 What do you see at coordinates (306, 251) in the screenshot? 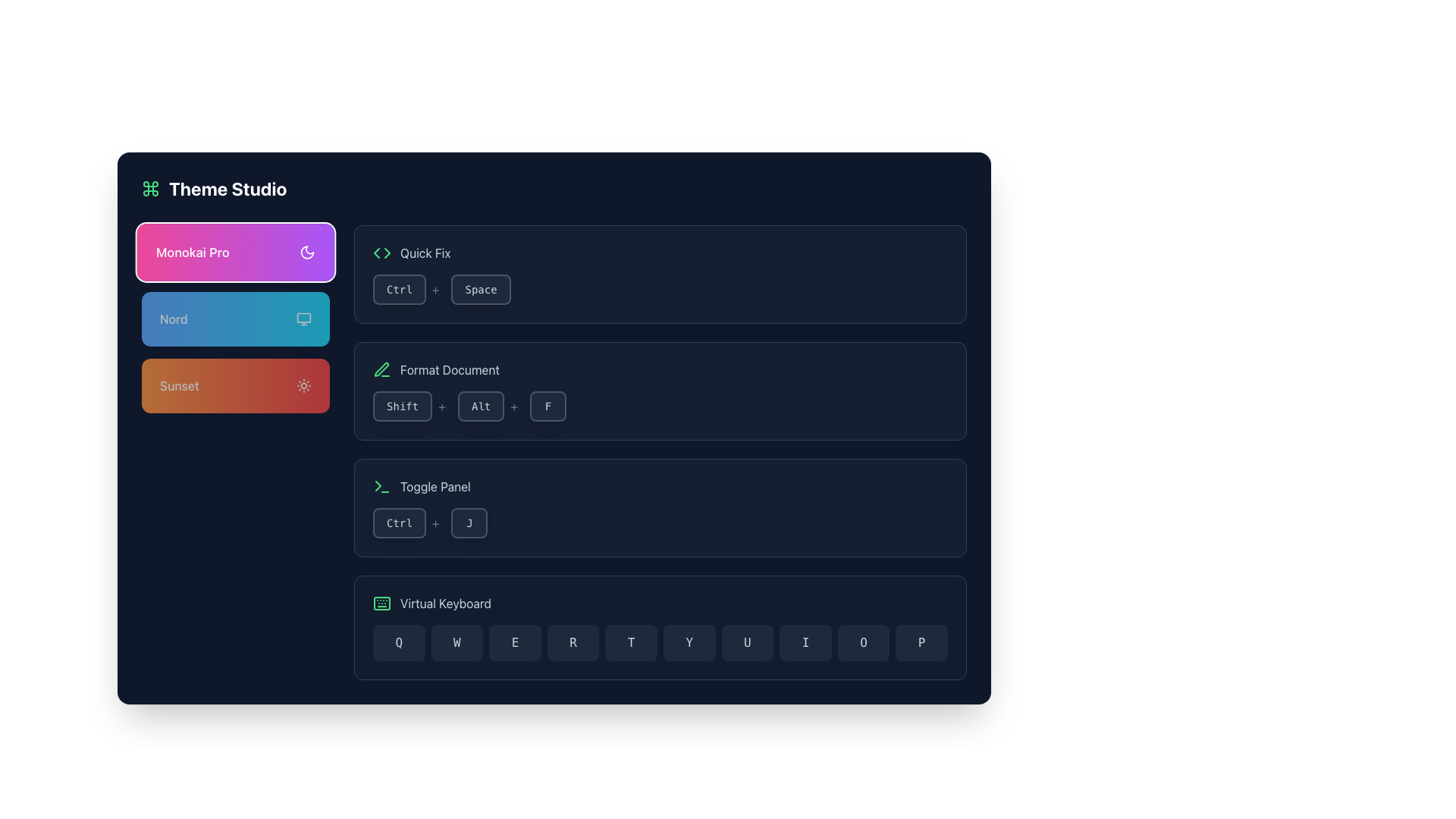
I see `the crescent moon-shaped icon in the 'Monokai Pro' theme panel` at bounding box center [306, 251].